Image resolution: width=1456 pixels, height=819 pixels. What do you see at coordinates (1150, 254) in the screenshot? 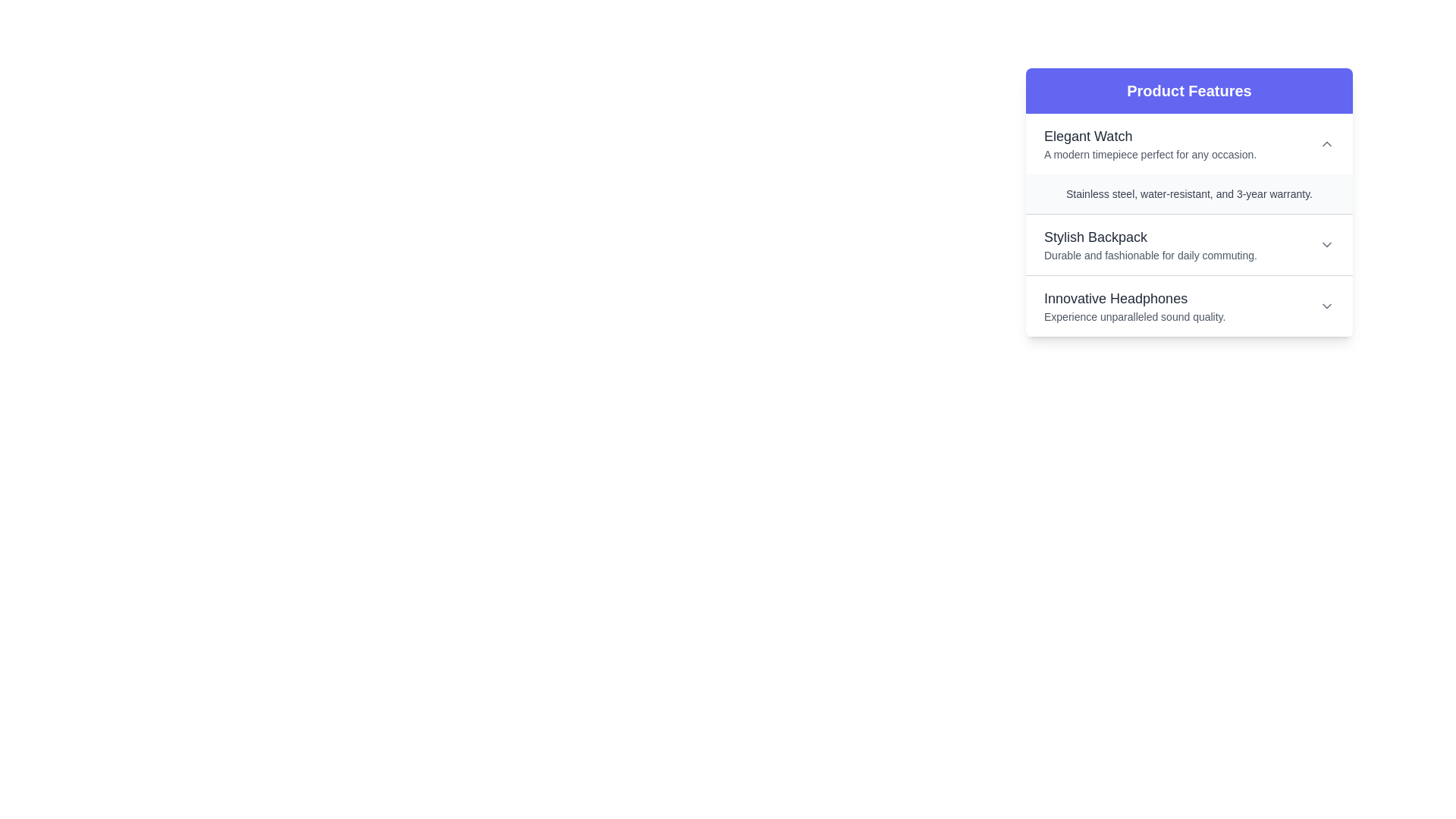
I see `the text label providing details about the 'Stylish Backpack' product feature, located below the title in the 'Product Features' section` at bounding box center [1150, 254].